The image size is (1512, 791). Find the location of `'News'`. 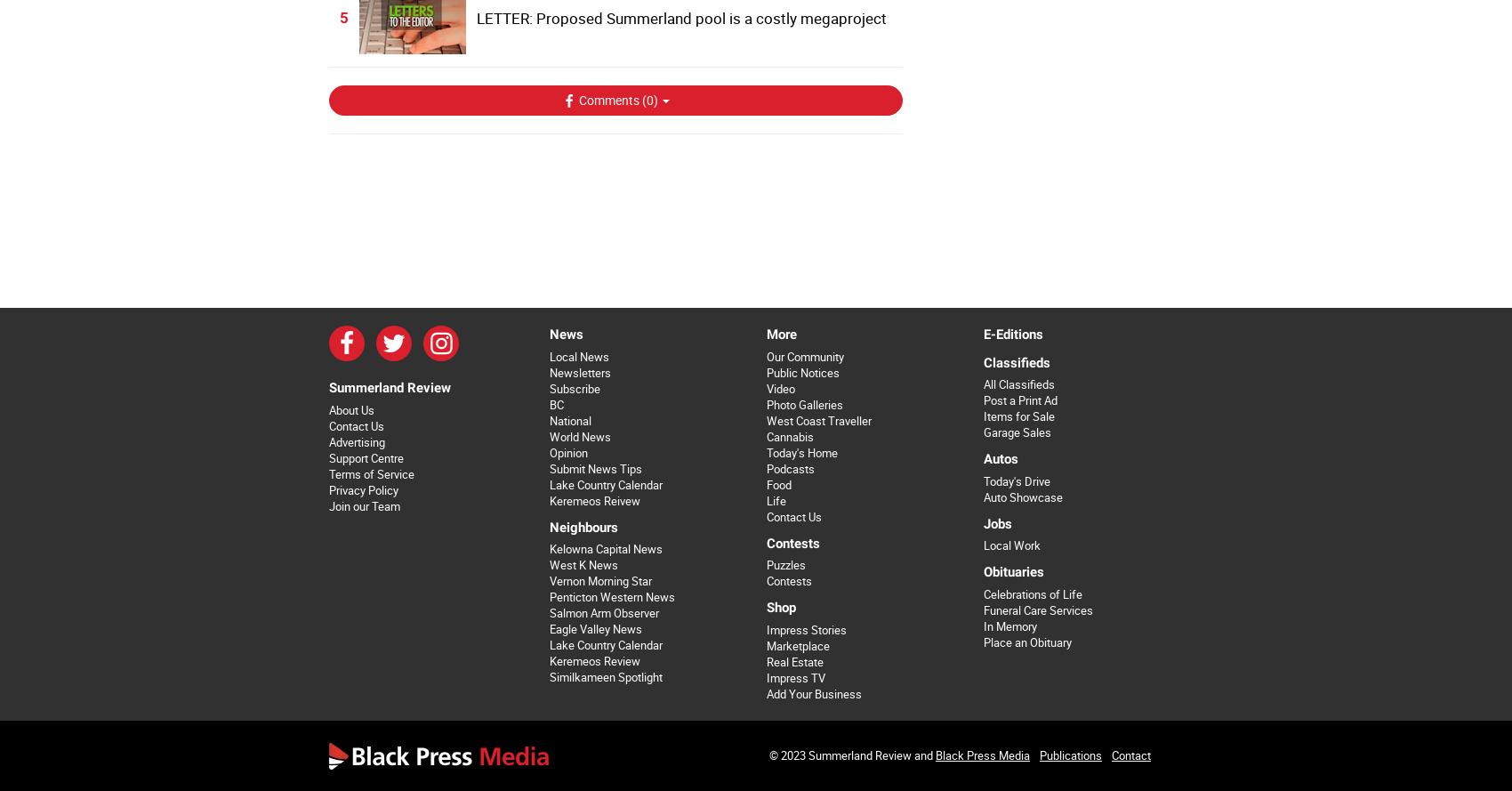

'News' is located at coordinates (564, 333).